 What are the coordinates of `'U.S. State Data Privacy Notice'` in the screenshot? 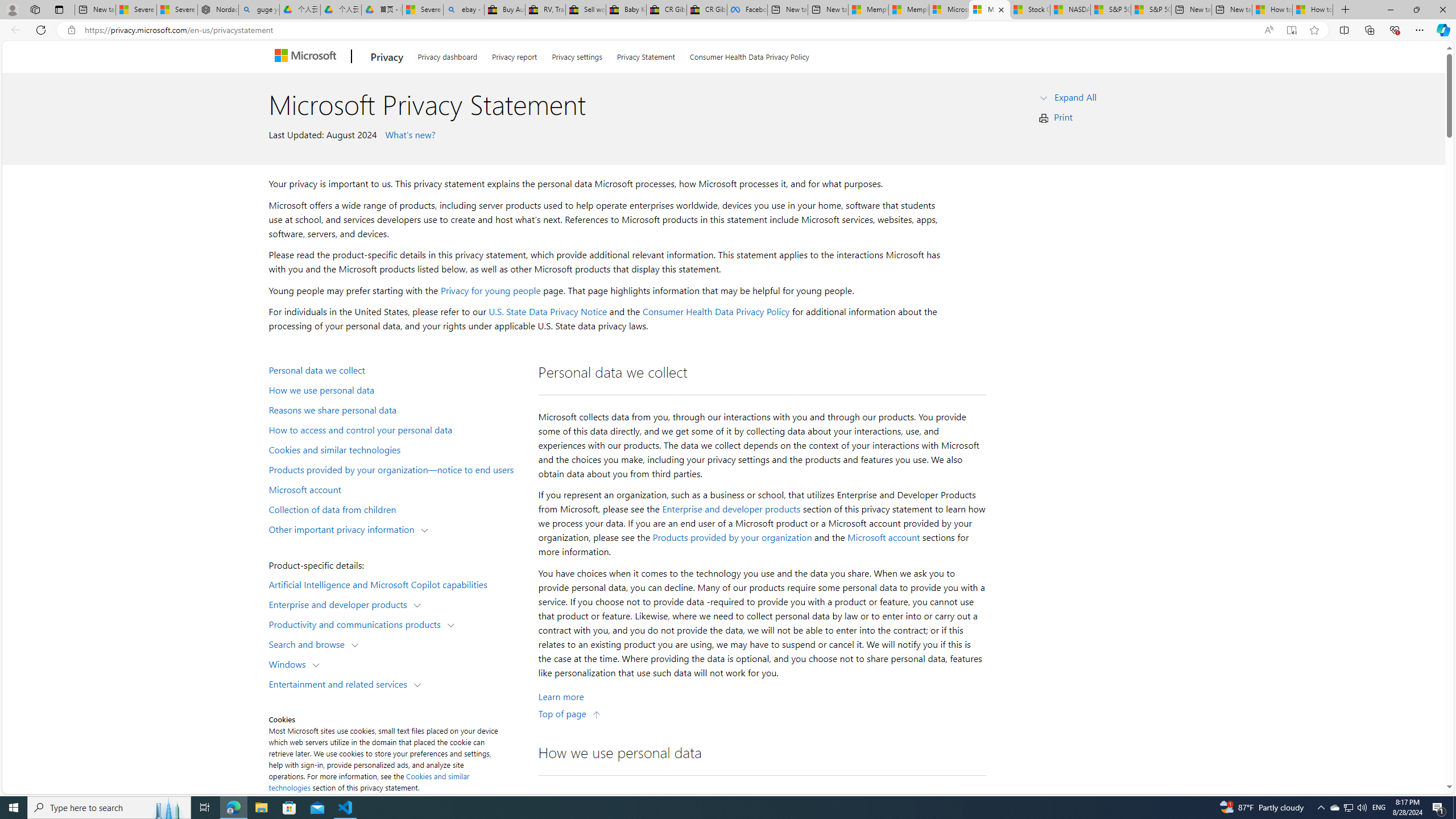 It's located at (547, 311).